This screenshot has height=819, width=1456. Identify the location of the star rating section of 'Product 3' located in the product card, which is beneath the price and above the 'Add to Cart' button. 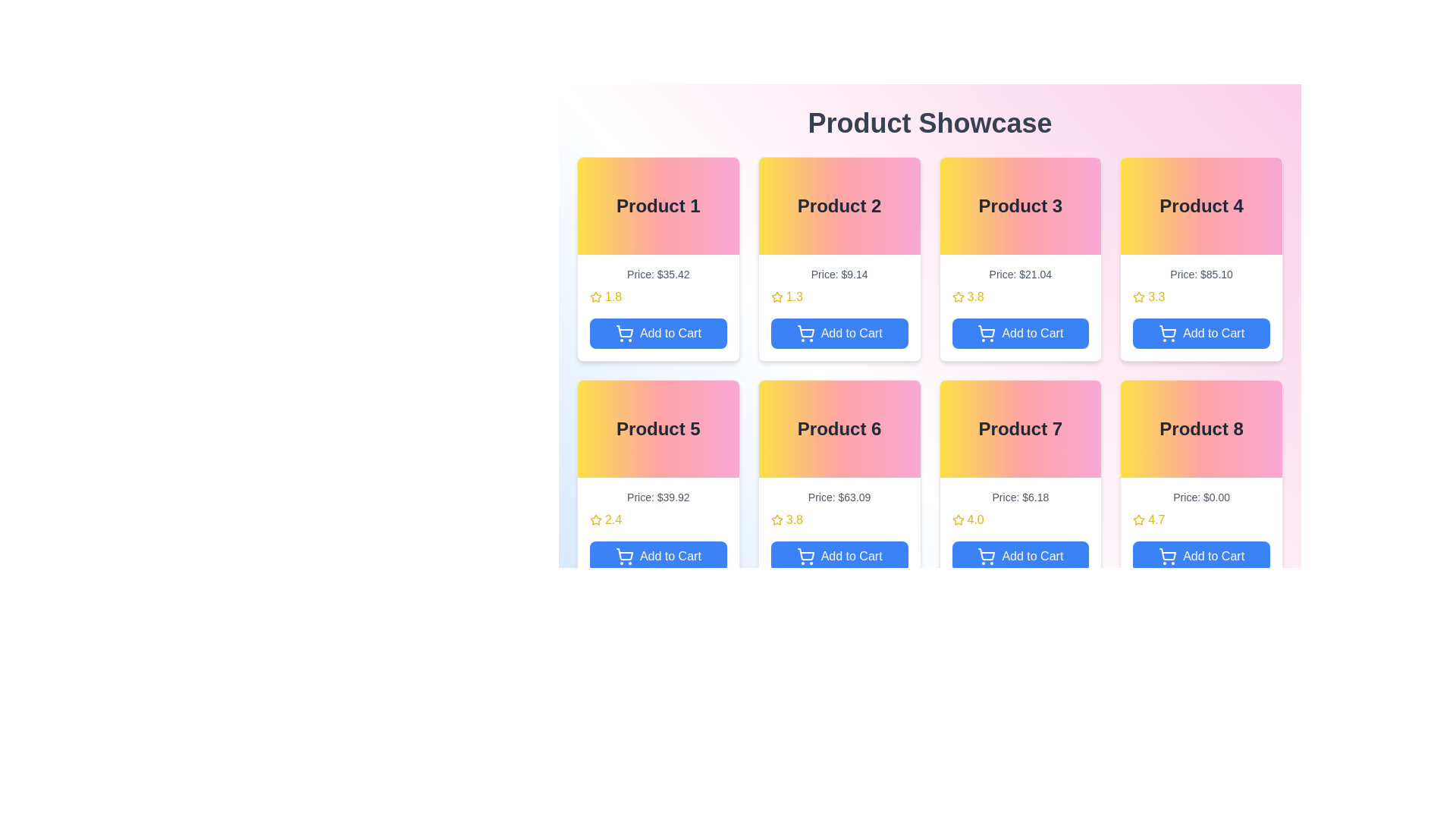
(1020, 297).